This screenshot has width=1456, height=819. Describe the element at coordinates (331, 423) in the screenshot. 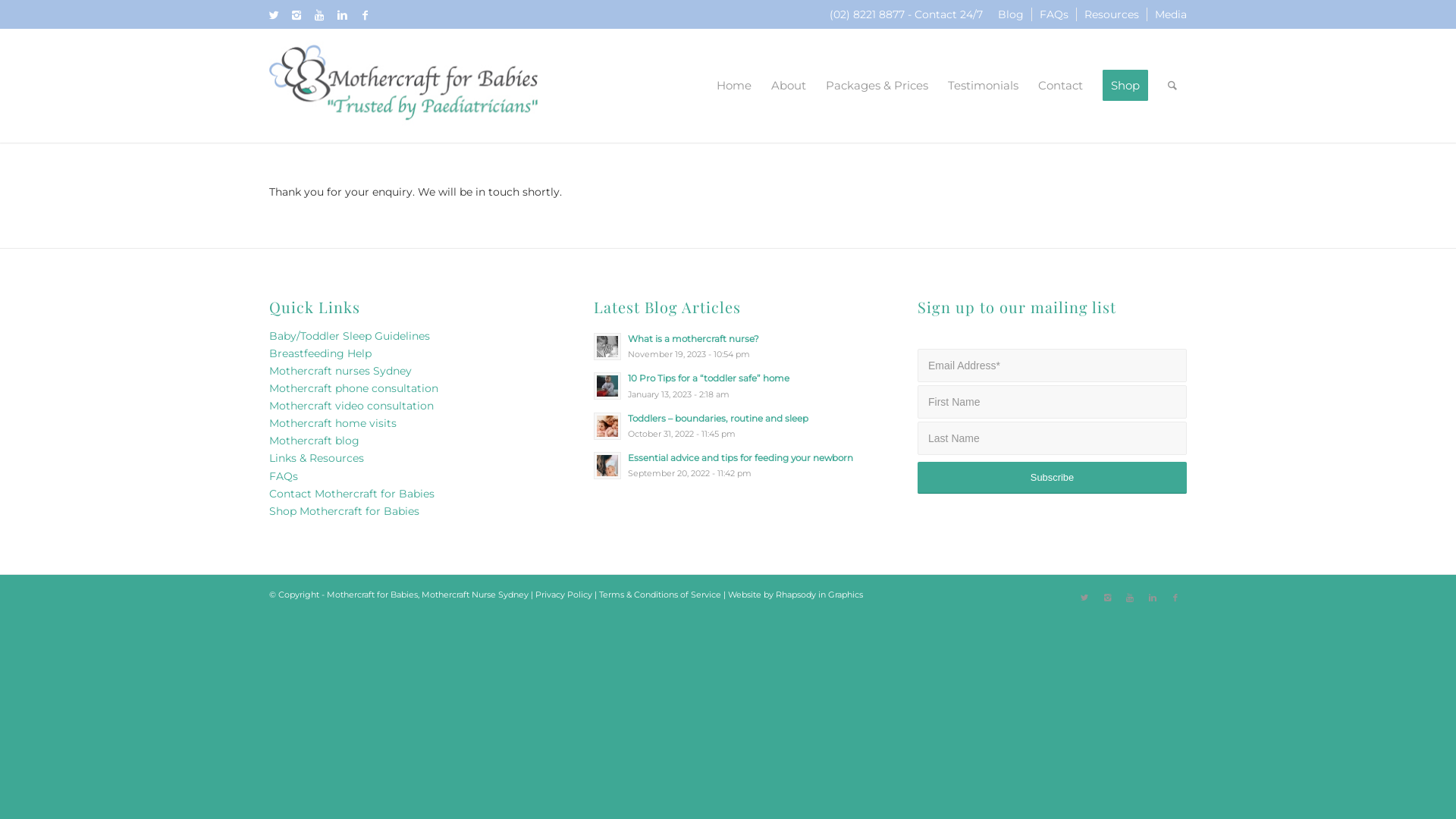

I see `'Mothercraft home visits'` at that location.